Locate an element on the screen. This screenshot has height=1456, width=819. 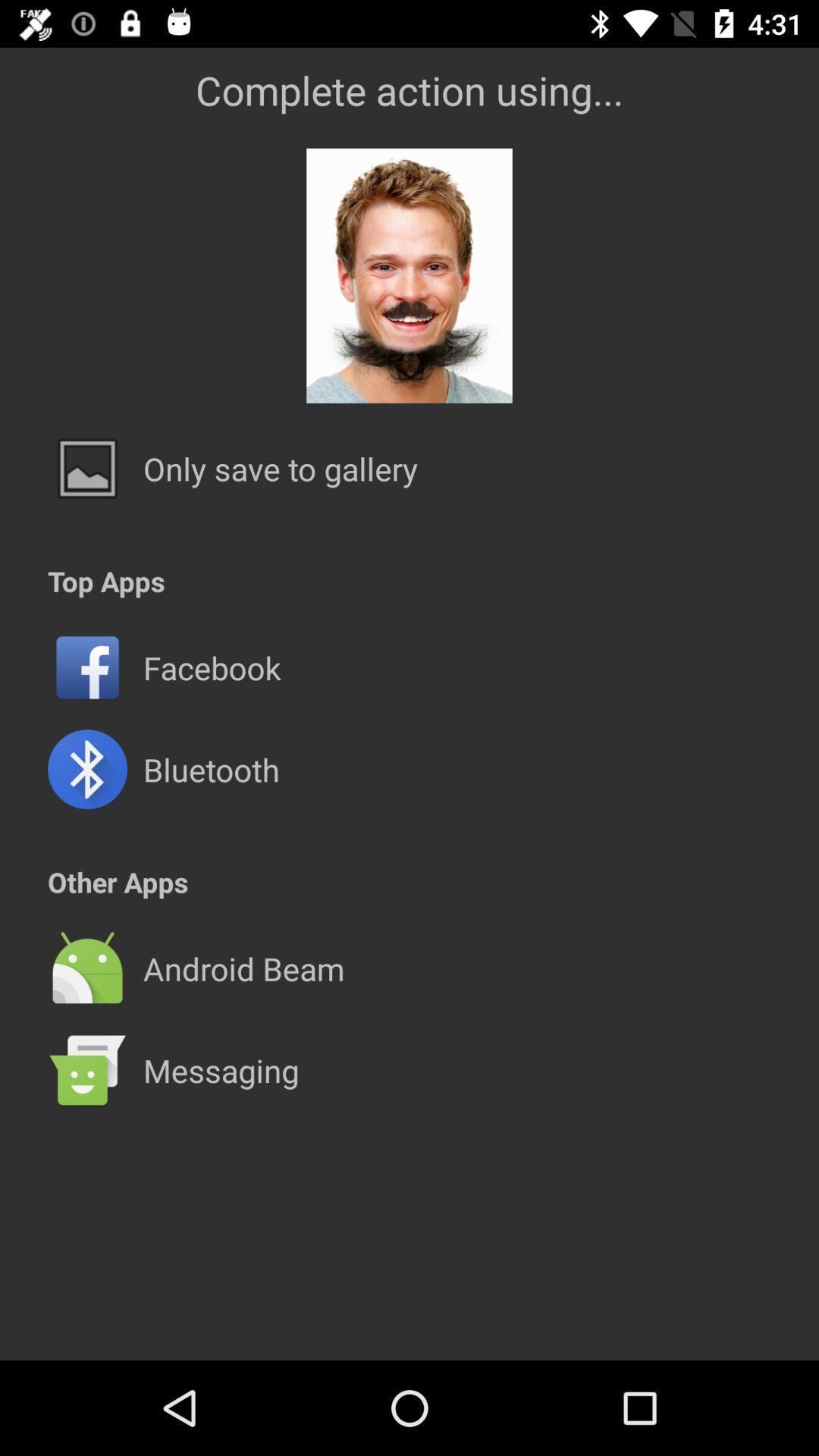
item below top apps is located at coordinates (409, 617).